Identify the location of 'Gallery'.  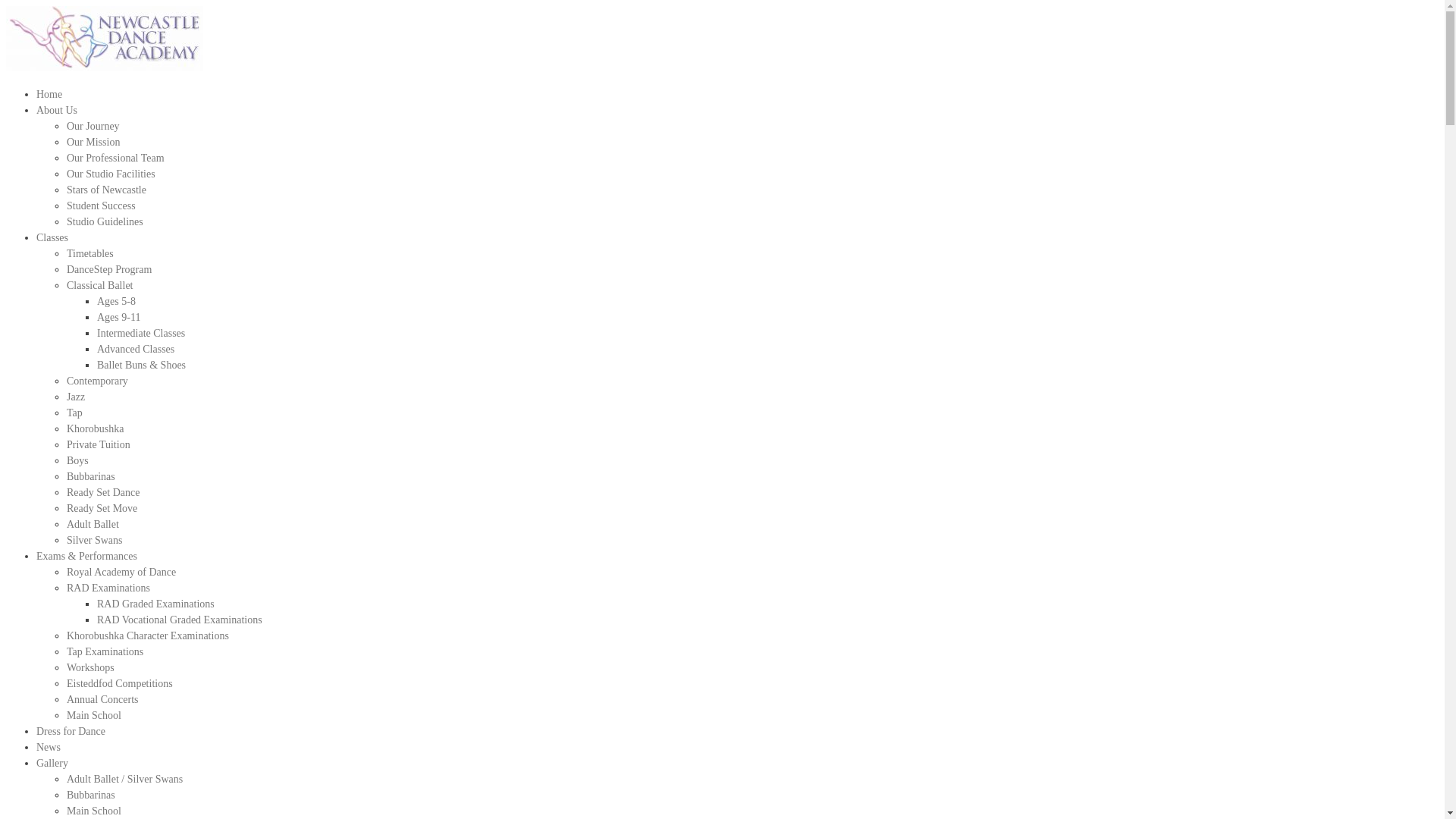
(52, 763).